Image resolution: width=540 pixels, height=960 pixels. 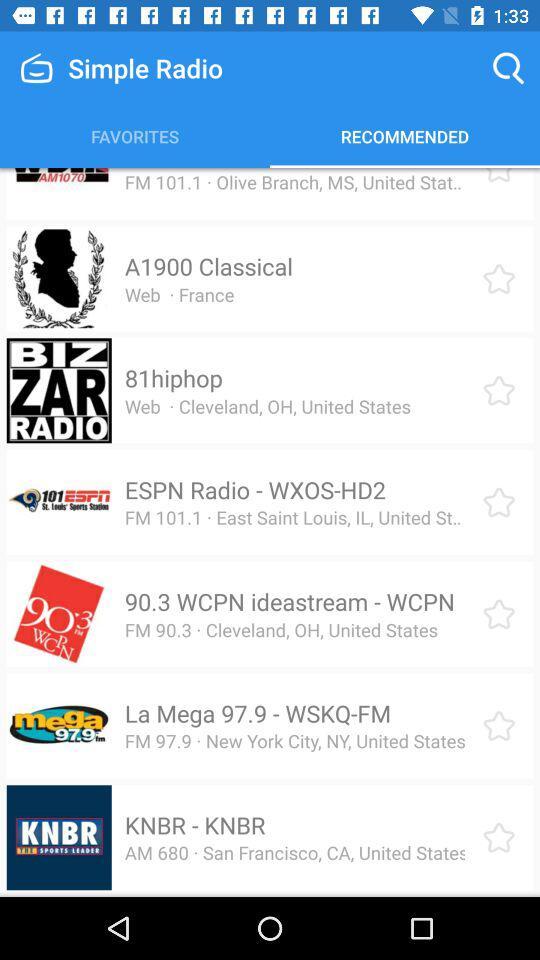 What do you see at coordinates (179, 293) in the screenshot?
I see `the item above 81hiphop icon` at bounding box center [179, 293].